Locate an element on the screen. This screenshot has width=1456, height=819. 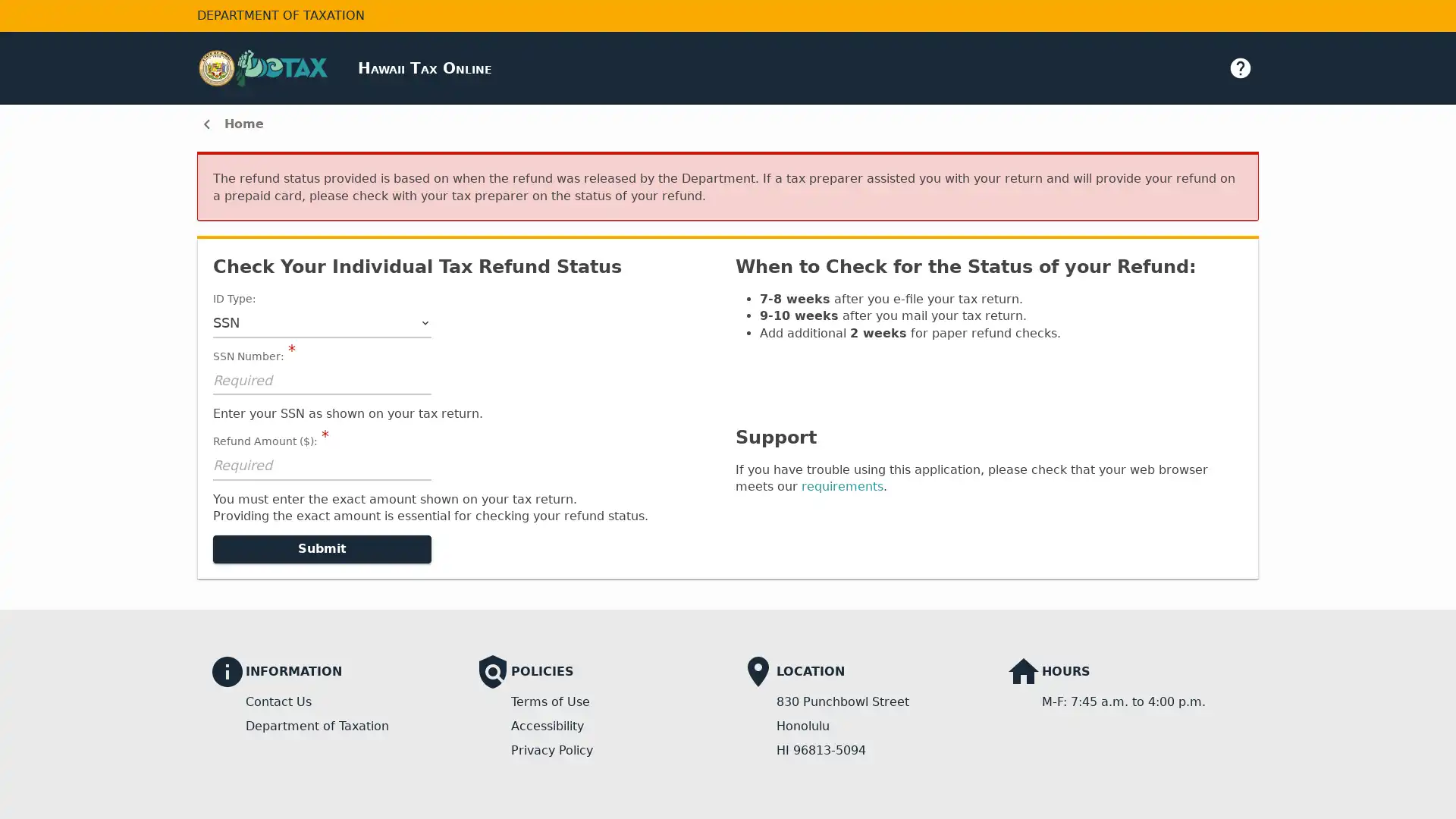
Submit is located at coordinates (322, 549).